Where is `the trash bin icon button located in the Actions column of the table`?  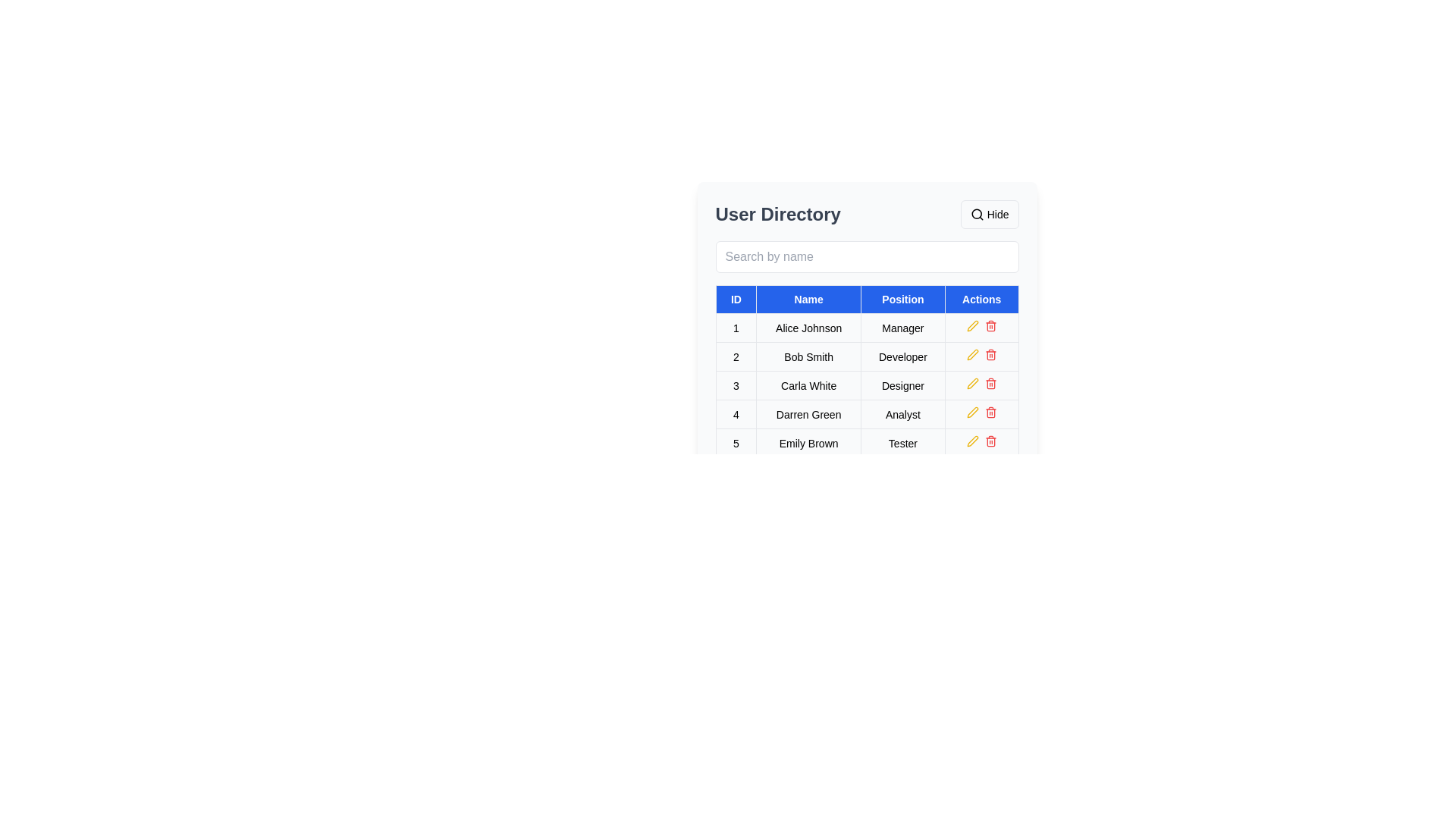
the trash bin icon button located in the Actions column of the table is located at coordinates (990, 326).